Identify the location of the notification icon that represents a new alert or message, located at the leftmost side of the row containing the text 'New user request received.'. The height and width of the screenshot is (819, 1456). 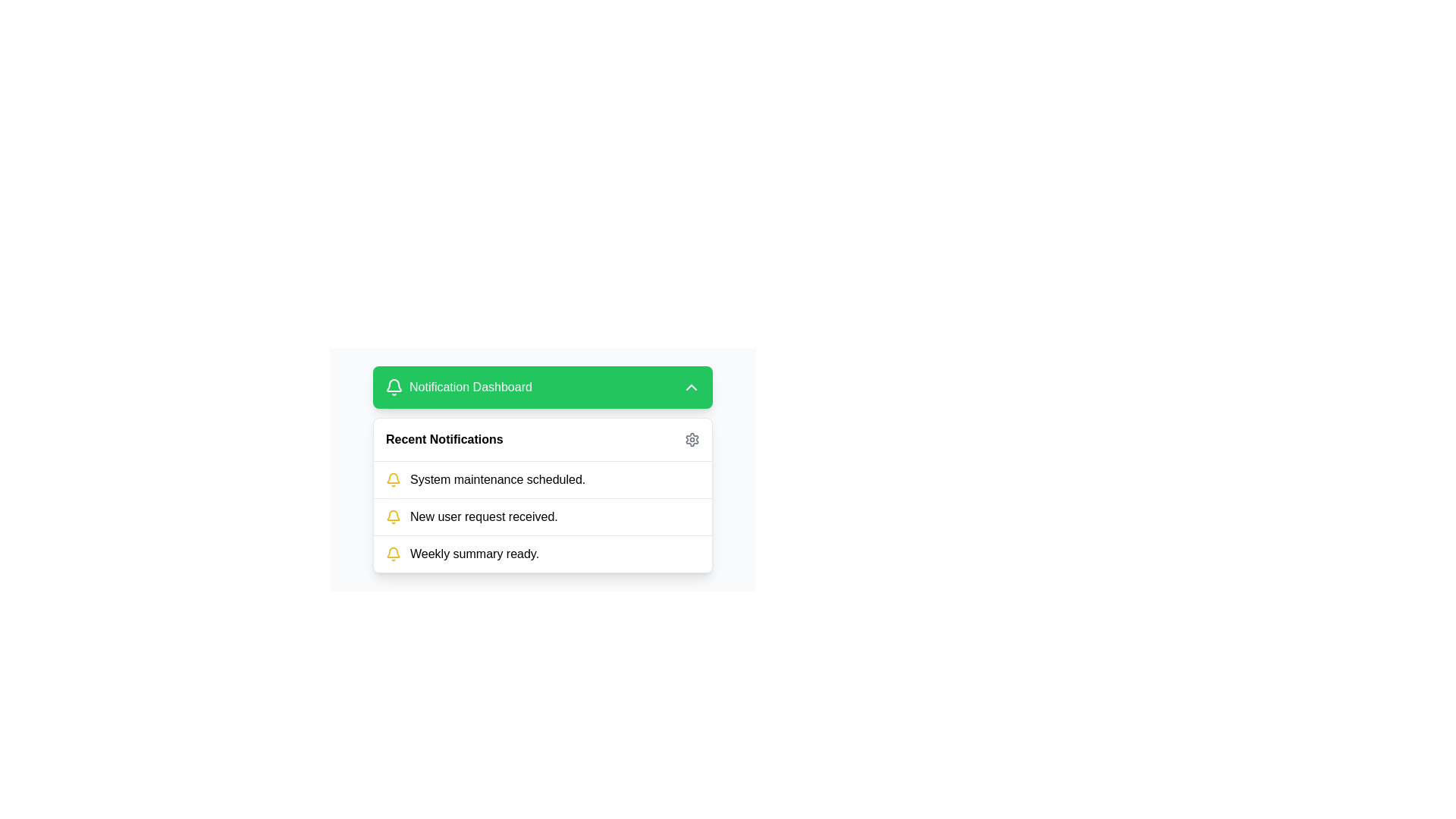
(393, 516).